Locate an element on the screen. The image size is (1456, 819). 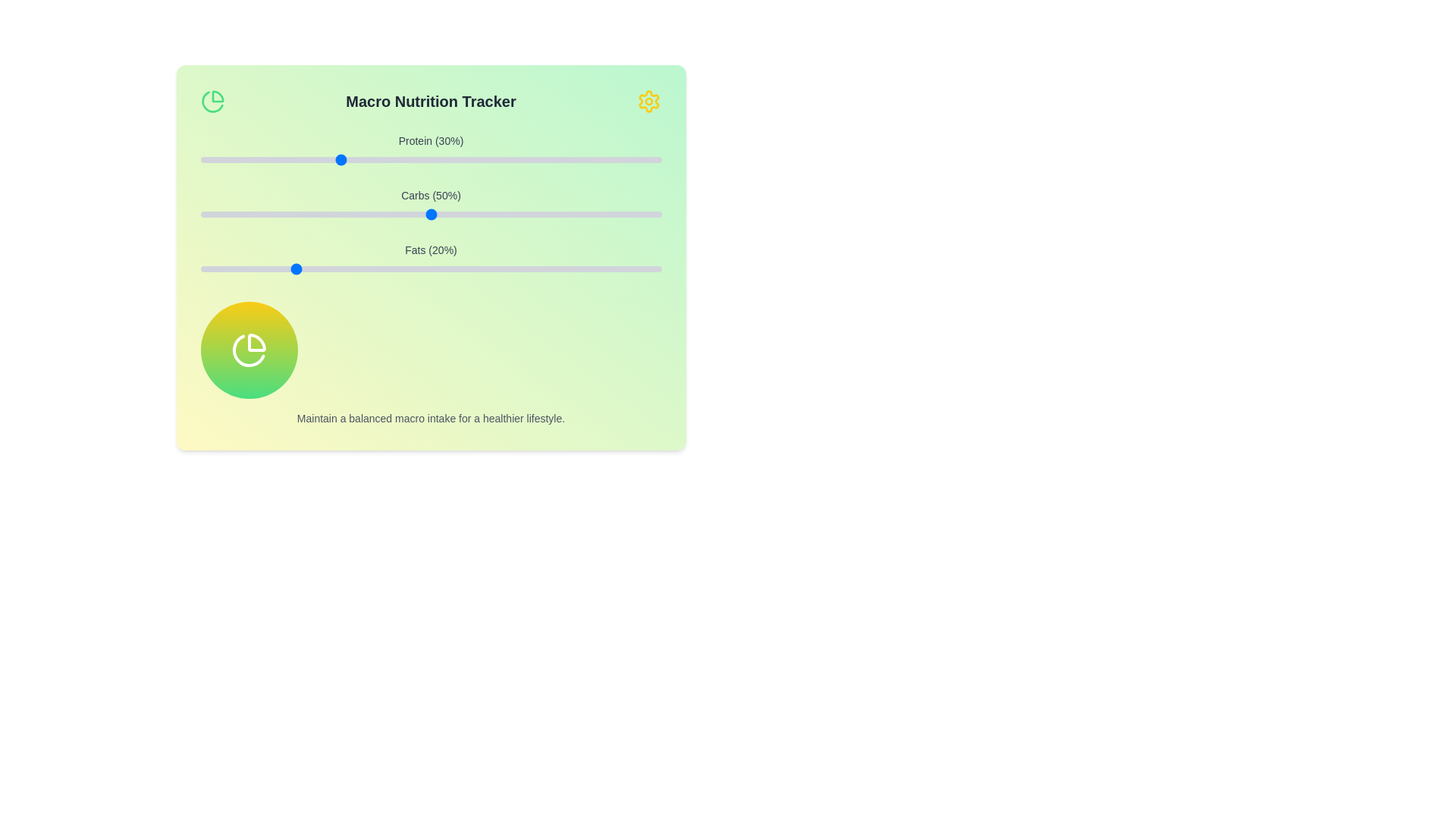
the pie chart icon in the footer is located at coordinates (249, 350).